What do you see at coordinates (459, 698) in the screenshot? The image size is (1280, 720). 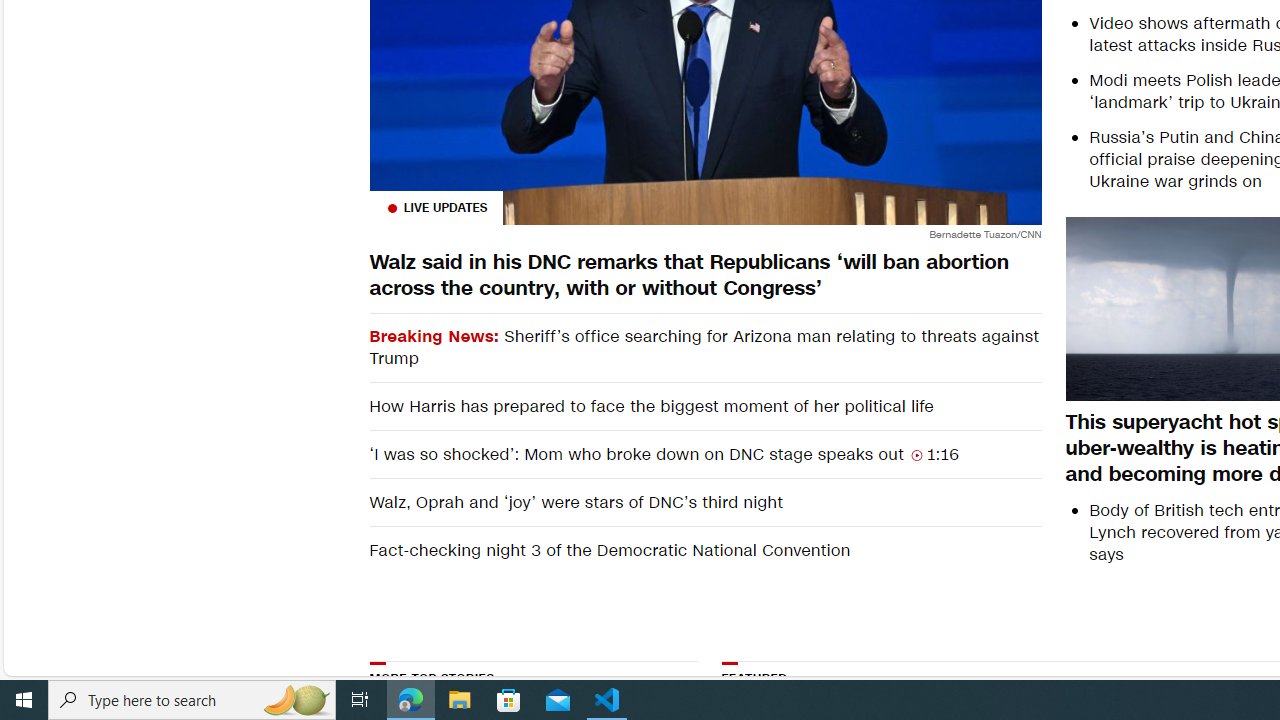 I see `'File Explorer'` at bounding box center [459, 698].